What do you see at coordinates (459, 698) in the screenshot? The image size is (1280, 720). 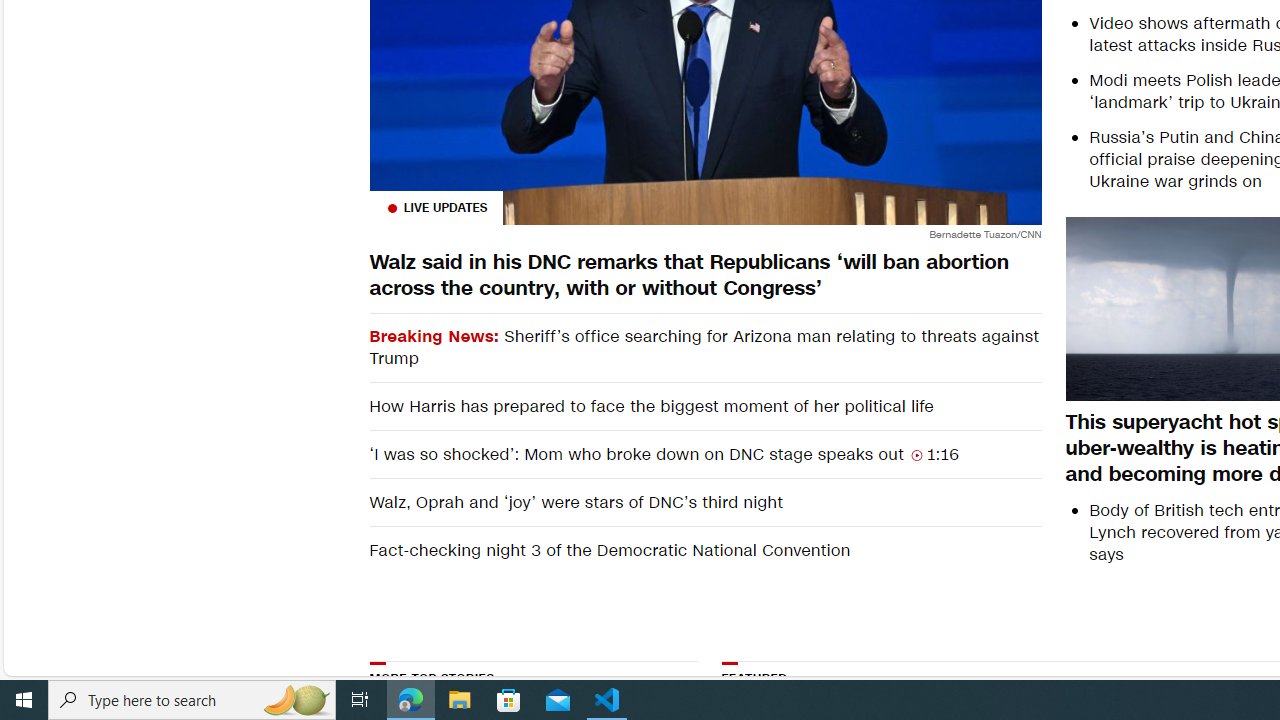 I see `'File Explorer'` at bounding box center [459, 698].